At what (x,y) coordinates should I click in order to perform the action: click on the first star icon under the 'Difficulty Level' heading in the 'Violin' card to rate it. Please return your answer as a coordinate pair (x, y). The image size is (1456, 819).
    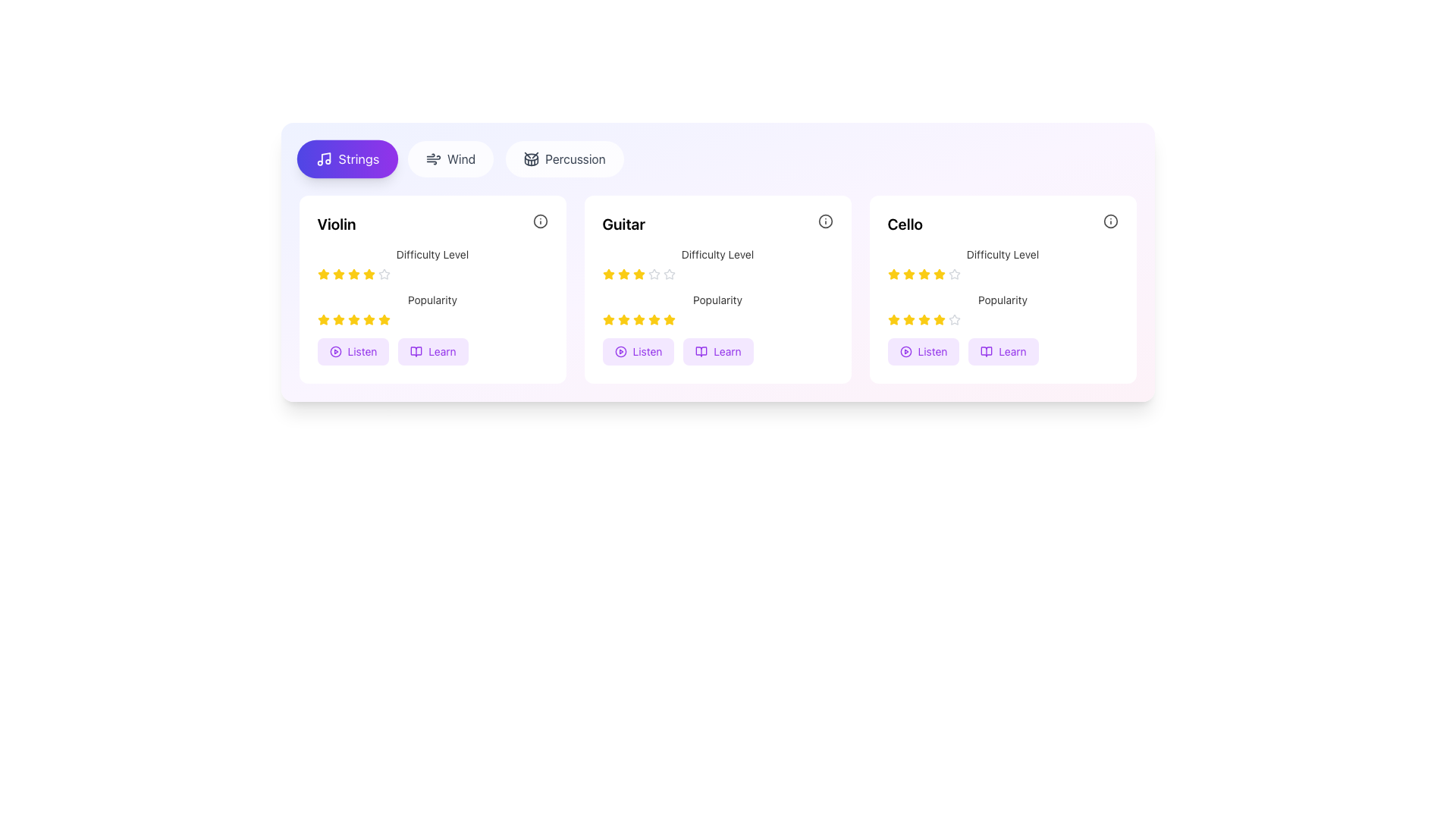
    Looking at the image, I should click on (322, 274).